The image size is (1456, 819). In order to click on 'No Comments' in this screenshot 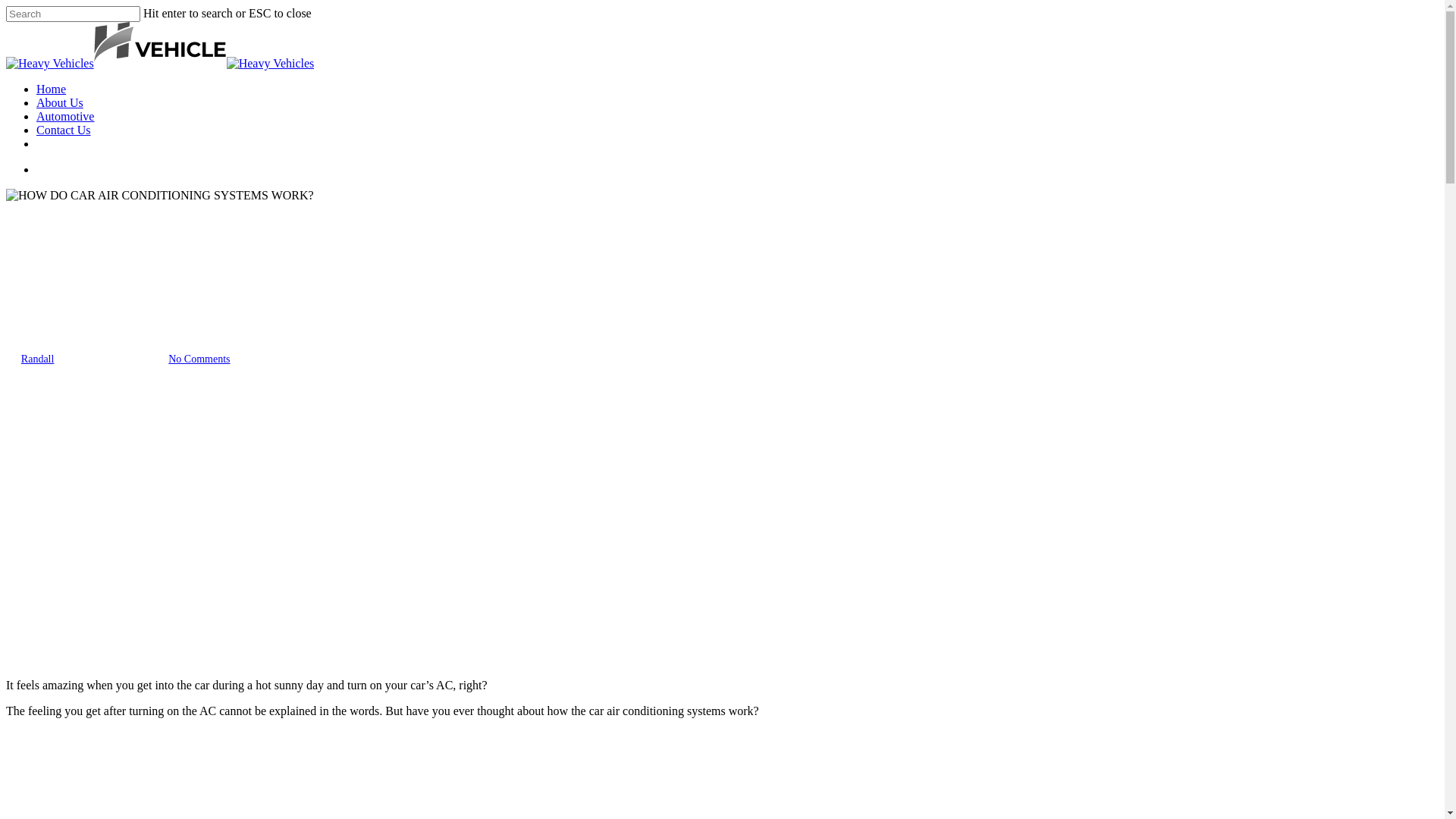, I will do `click(198, 359)`.